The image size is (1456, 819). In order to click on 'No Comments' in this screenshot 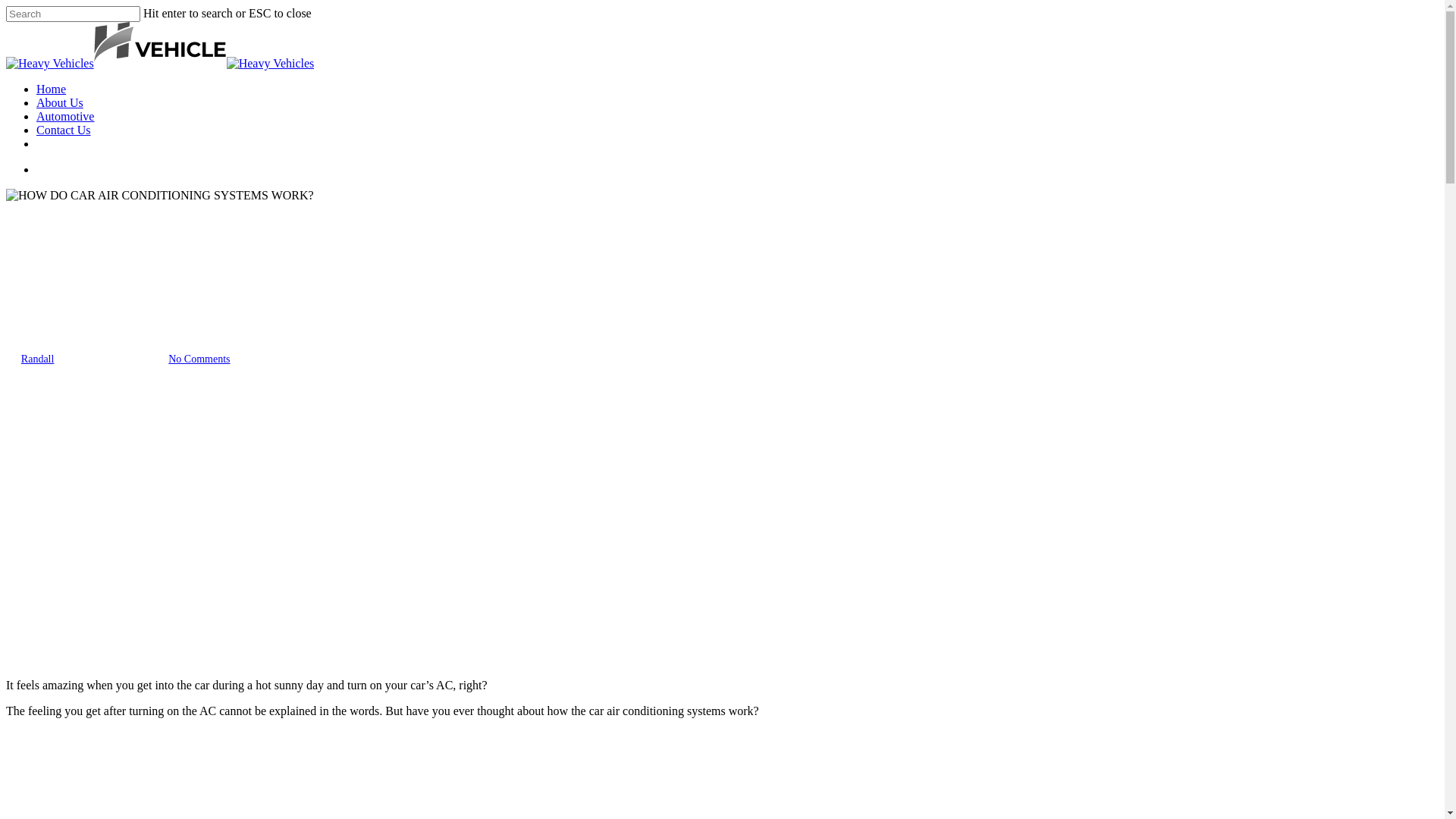, I will do `click(198, 359)`.